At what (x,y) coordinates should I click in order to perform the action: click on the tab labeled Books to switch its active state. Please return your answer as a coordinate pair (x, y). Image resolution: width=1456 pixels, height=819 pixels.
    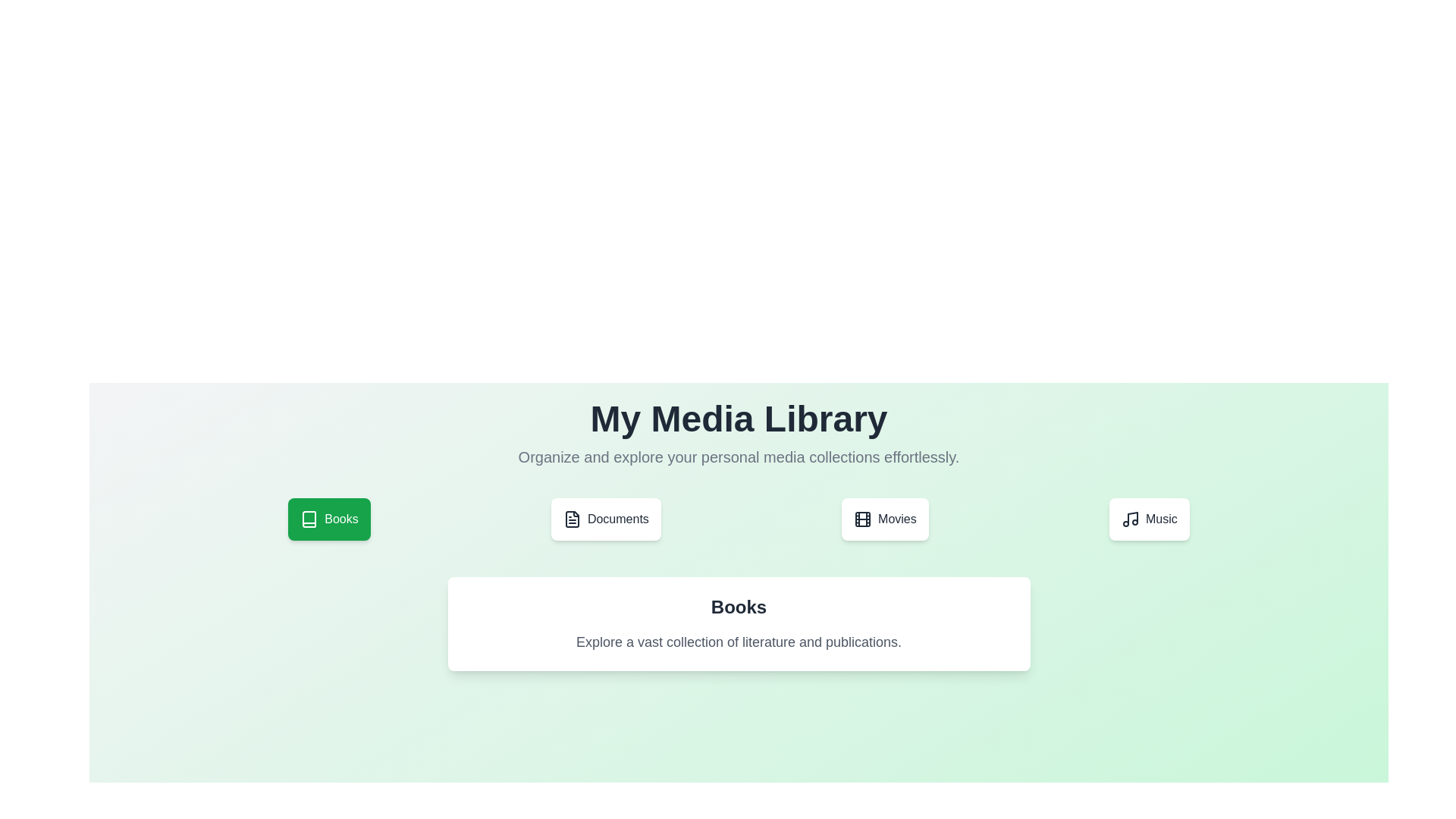
    Looking at the image, I should click on (328, 519).